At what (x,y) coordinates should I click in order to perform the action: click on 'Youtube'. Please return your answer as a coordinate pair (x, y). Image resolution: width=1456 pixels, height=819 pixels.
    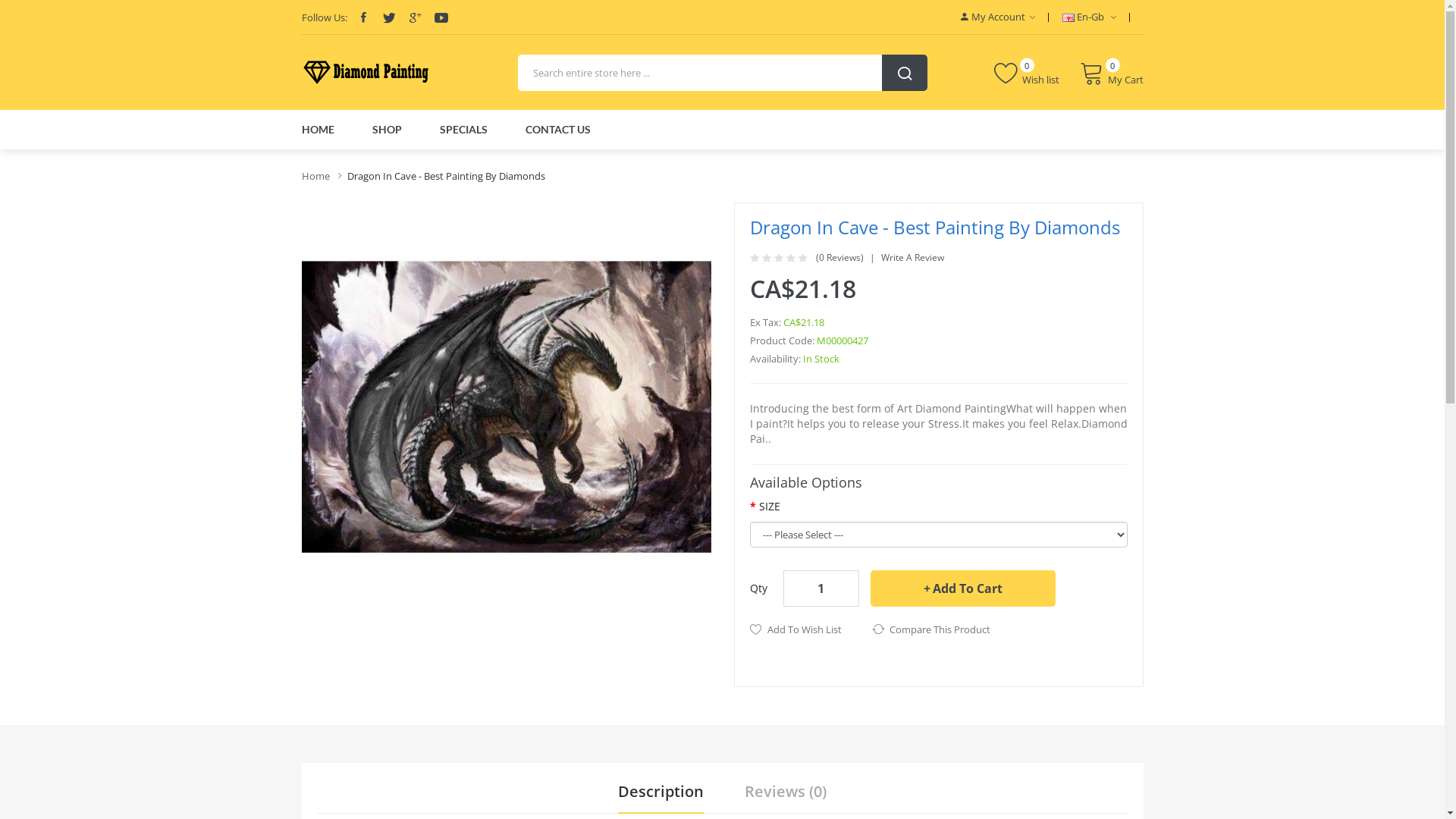
    Looking at the image, I should click on (439, 17).